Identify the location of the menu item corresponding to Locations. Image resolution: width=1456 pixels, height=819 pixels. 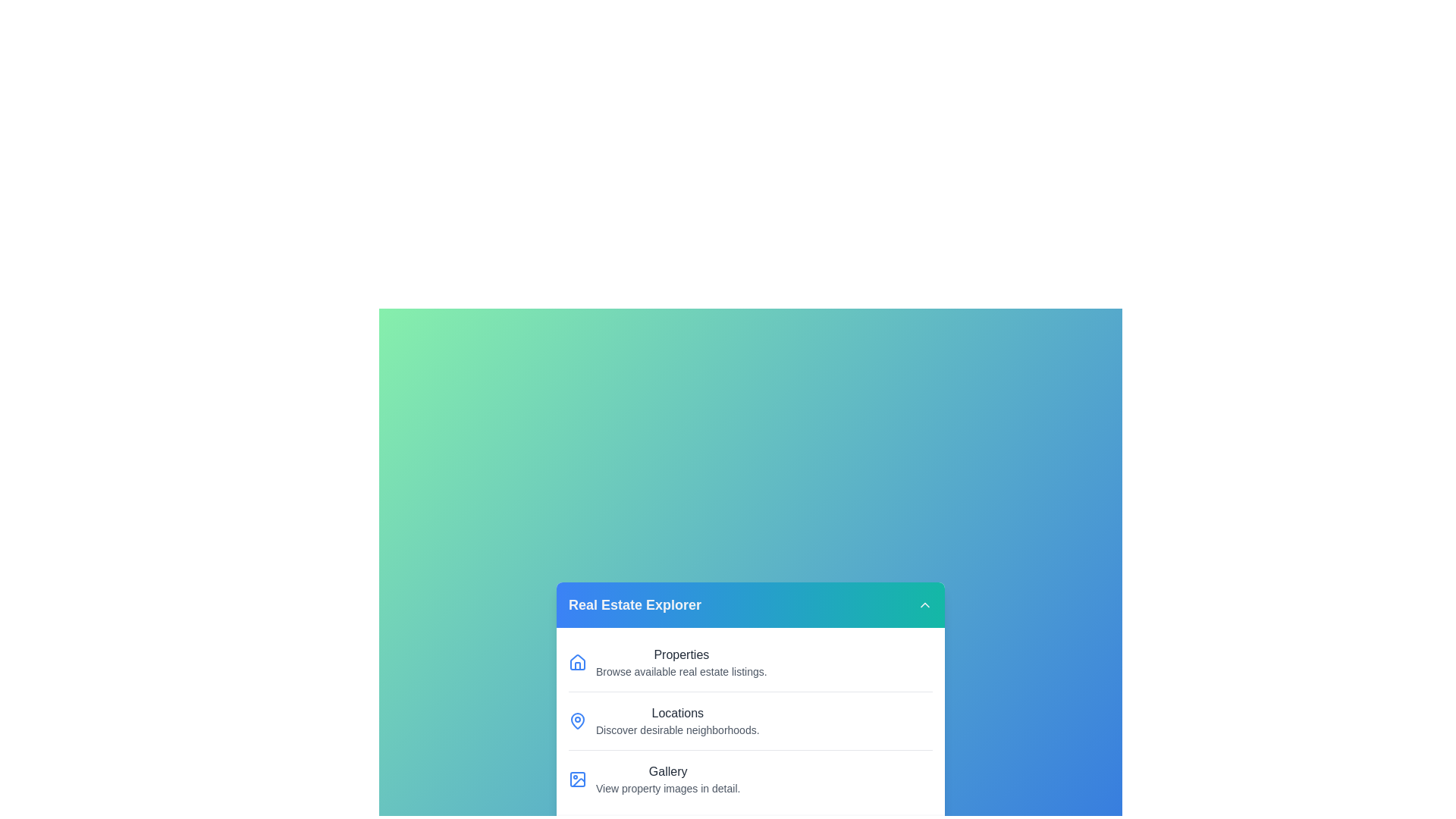
(750, 720).